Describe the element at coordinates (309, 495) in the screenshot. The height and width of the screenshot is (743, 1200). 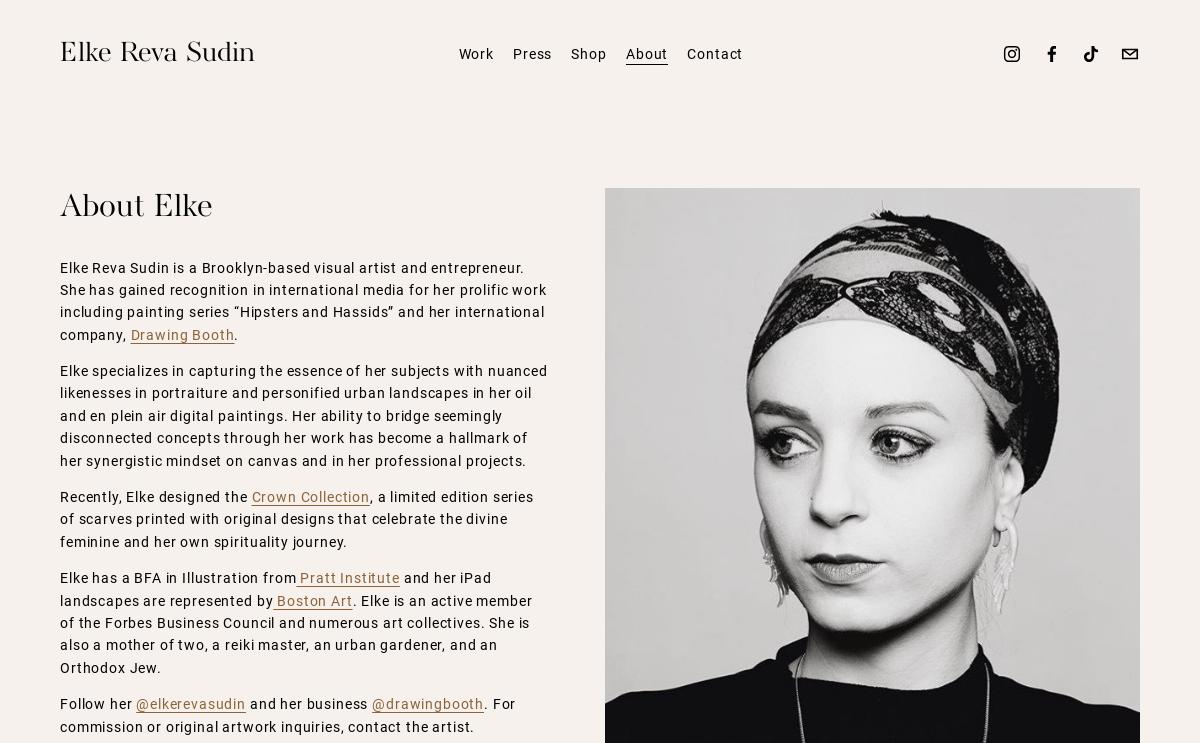
I see `'Crown Collection'` at that location.